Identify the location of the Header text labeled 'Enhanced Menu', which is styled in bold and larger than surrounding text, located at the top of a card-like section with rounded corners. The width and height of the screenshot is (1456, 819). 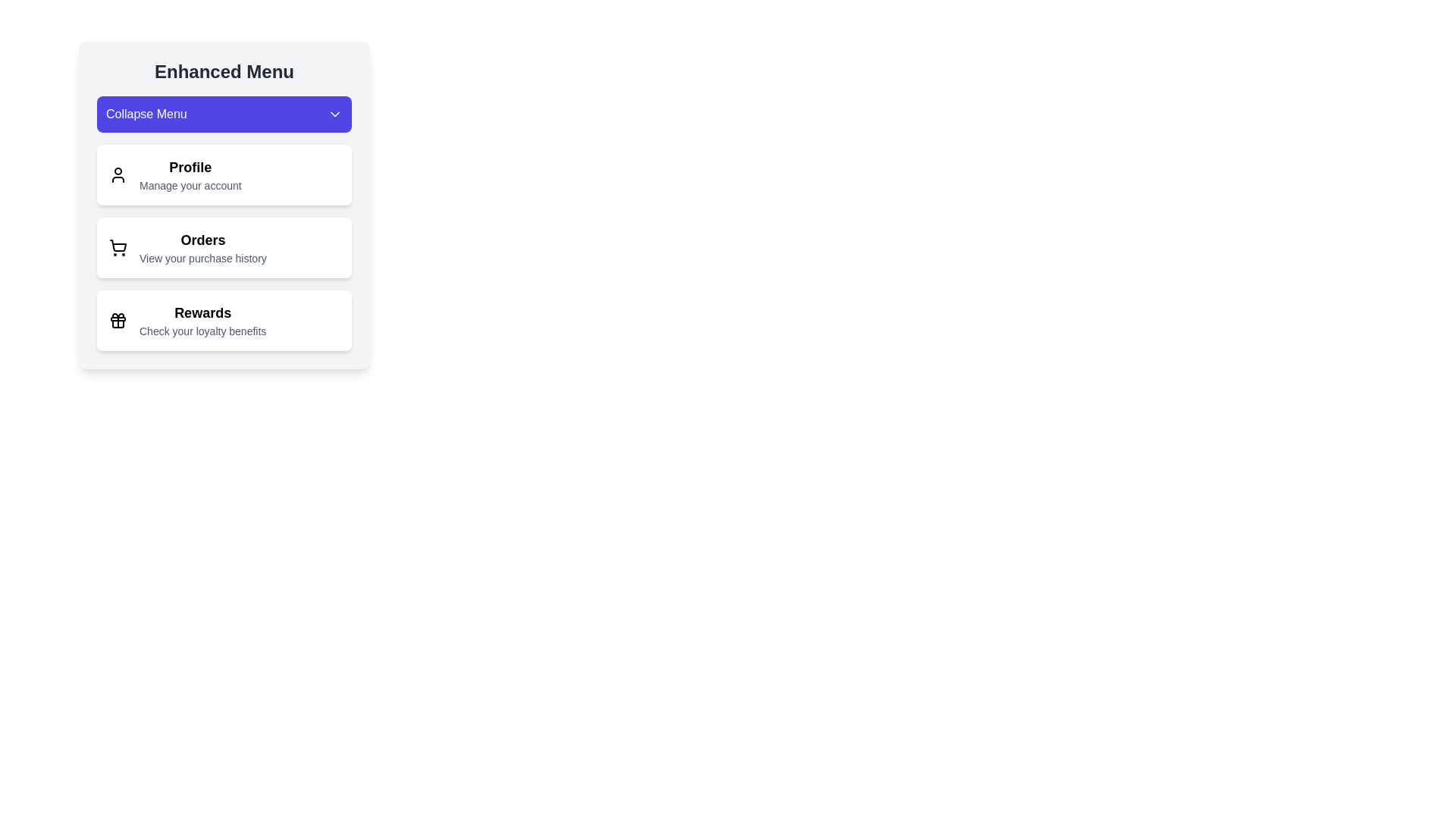
(224, 72).